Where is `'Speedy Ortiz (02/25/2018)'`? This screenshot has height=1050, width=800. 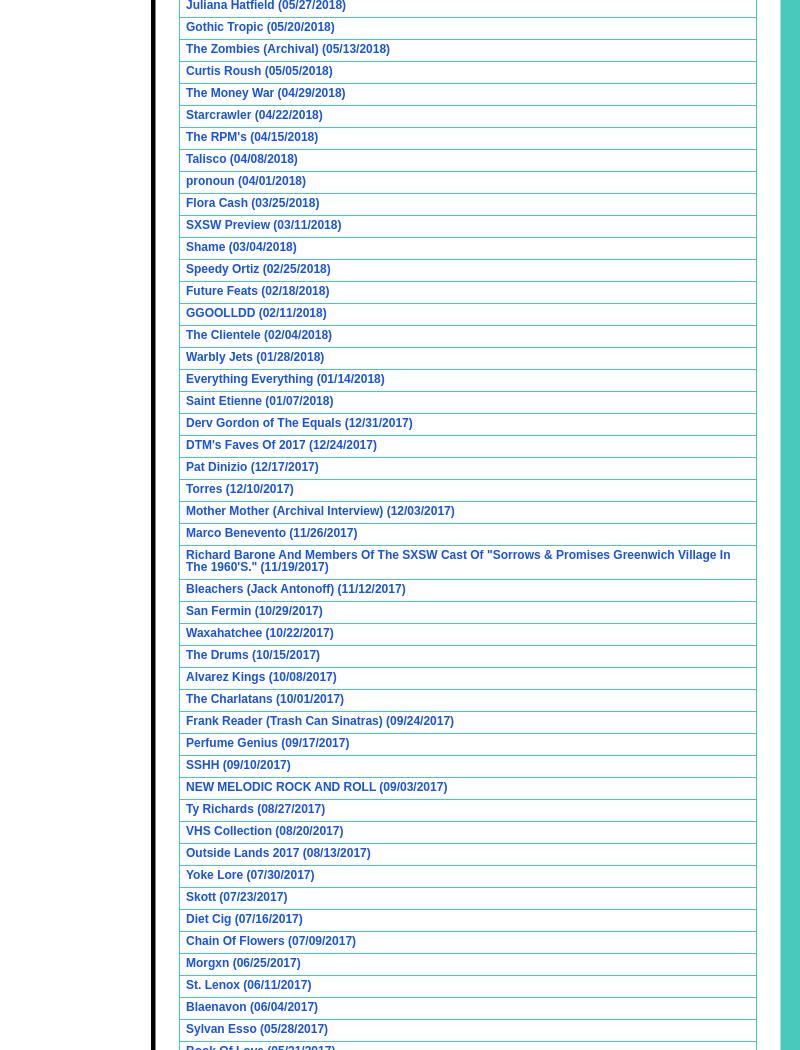
'Speedy Ortiz (02/25/2018)' is located at coordinates (185, 268).